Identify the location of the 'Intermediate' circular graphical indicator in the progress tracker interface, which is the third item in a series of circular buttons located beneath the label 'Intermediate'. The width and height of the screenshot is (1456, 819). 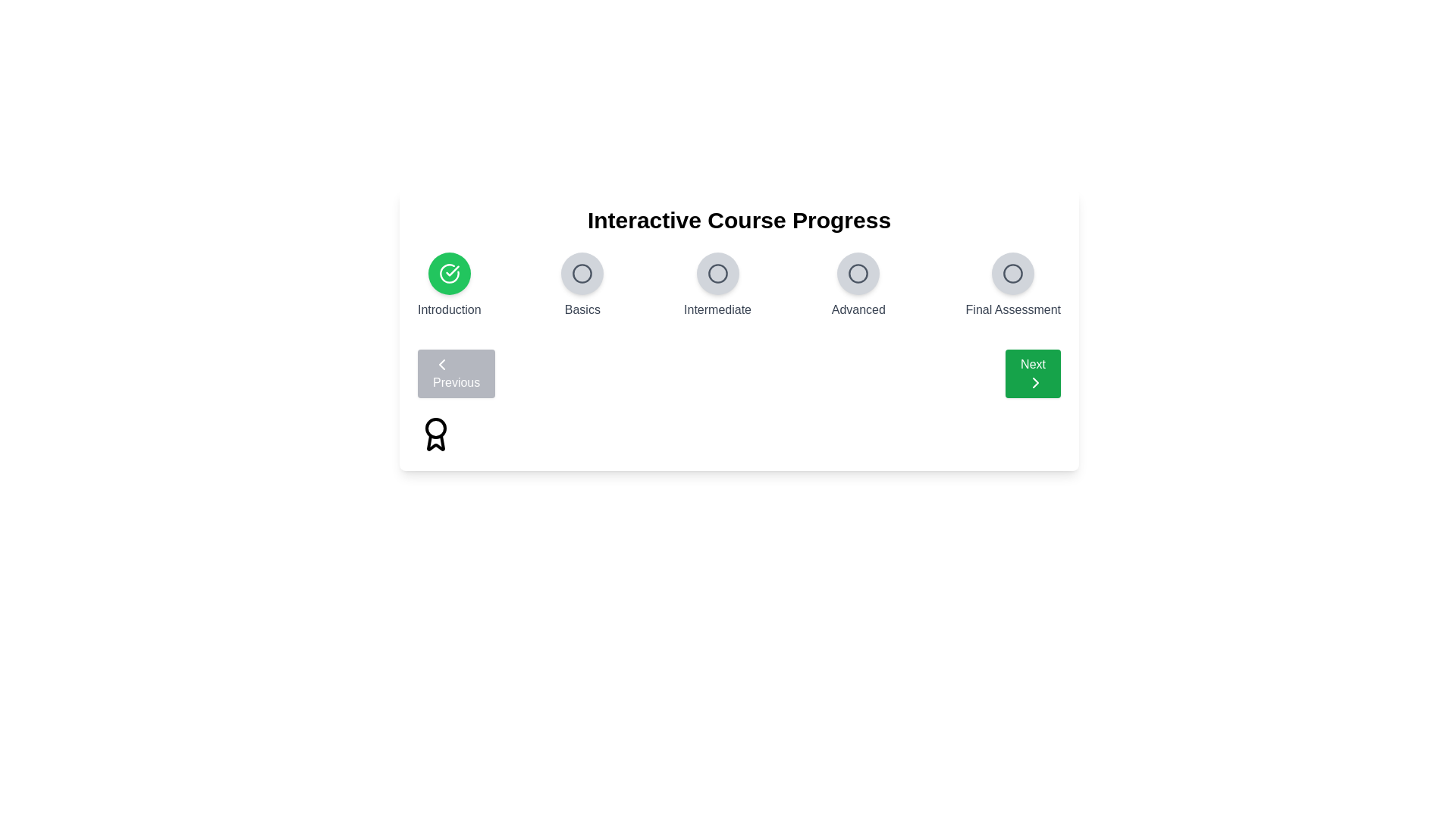
(717, 274).